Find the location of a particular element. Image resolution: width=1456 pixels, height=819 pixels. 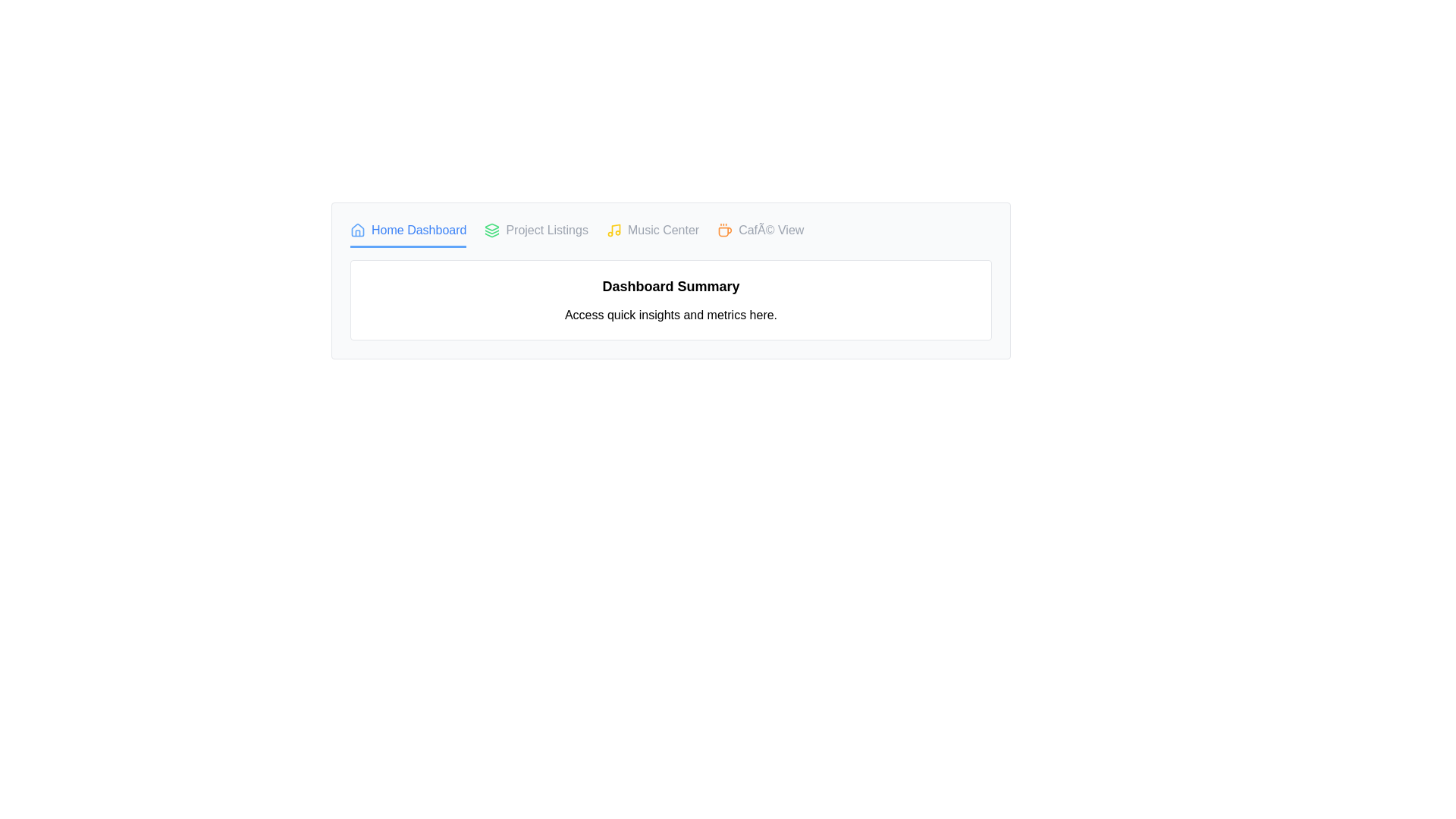

the 'Café View' button located as the fourth option in the navigation bar is located at coordinates (761, 234).